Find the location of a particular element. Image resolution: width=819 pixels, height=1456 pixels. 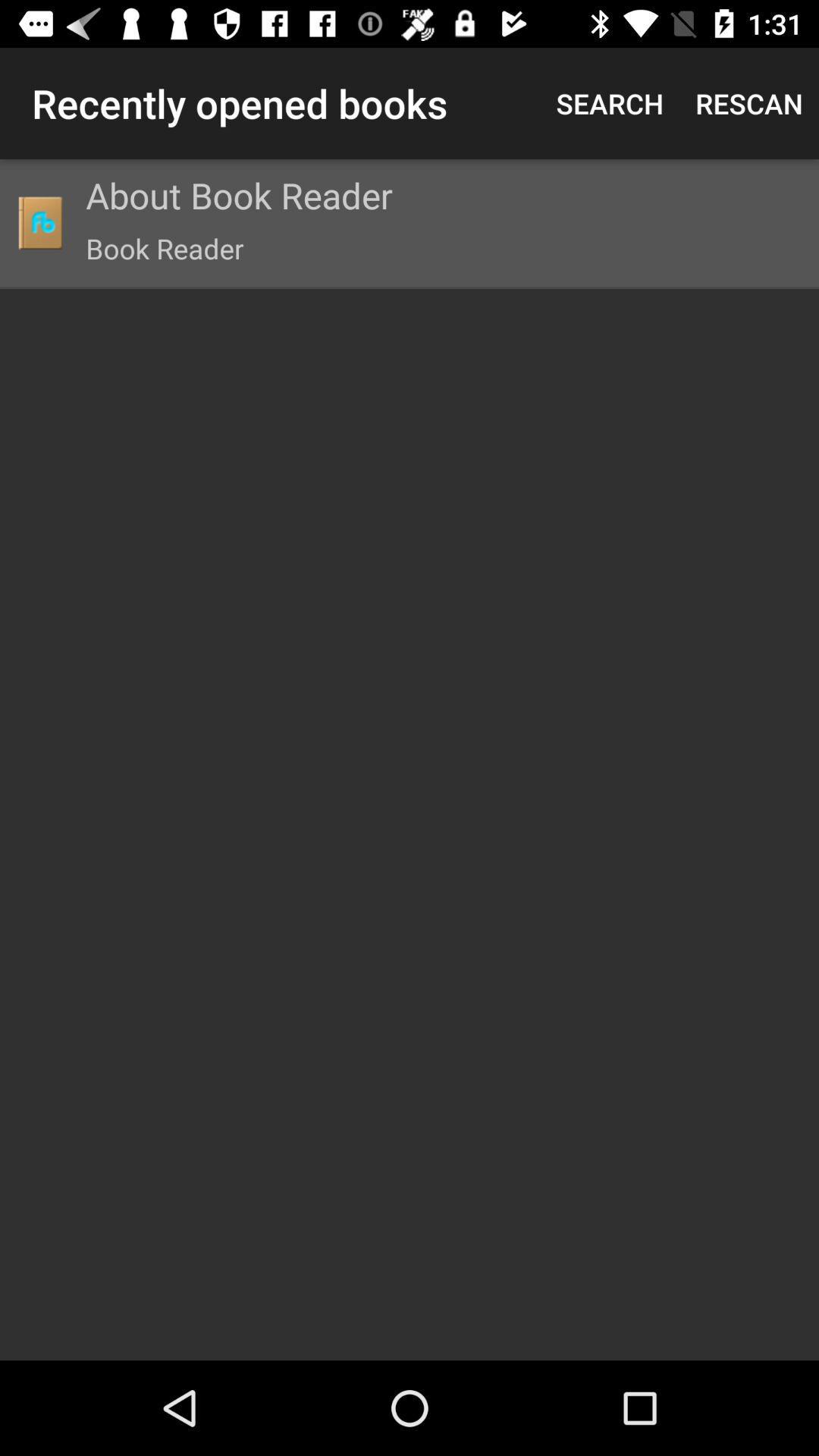

icon next to the rescan is located at coordinates (609, 102).